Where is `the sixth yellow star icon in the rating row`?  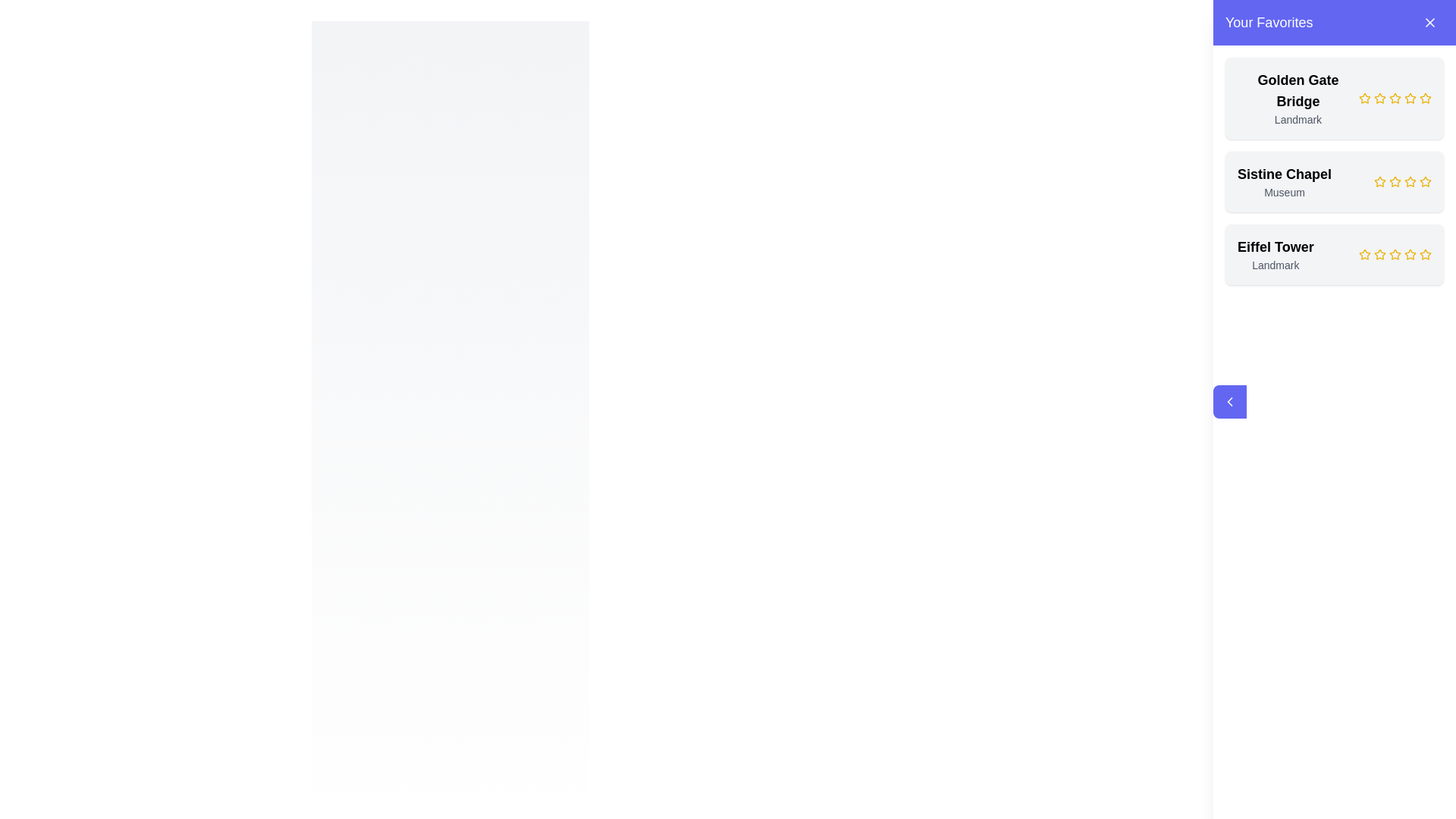 the sixth yellow star icon in the rating row is located at coordinates (1425, 180).